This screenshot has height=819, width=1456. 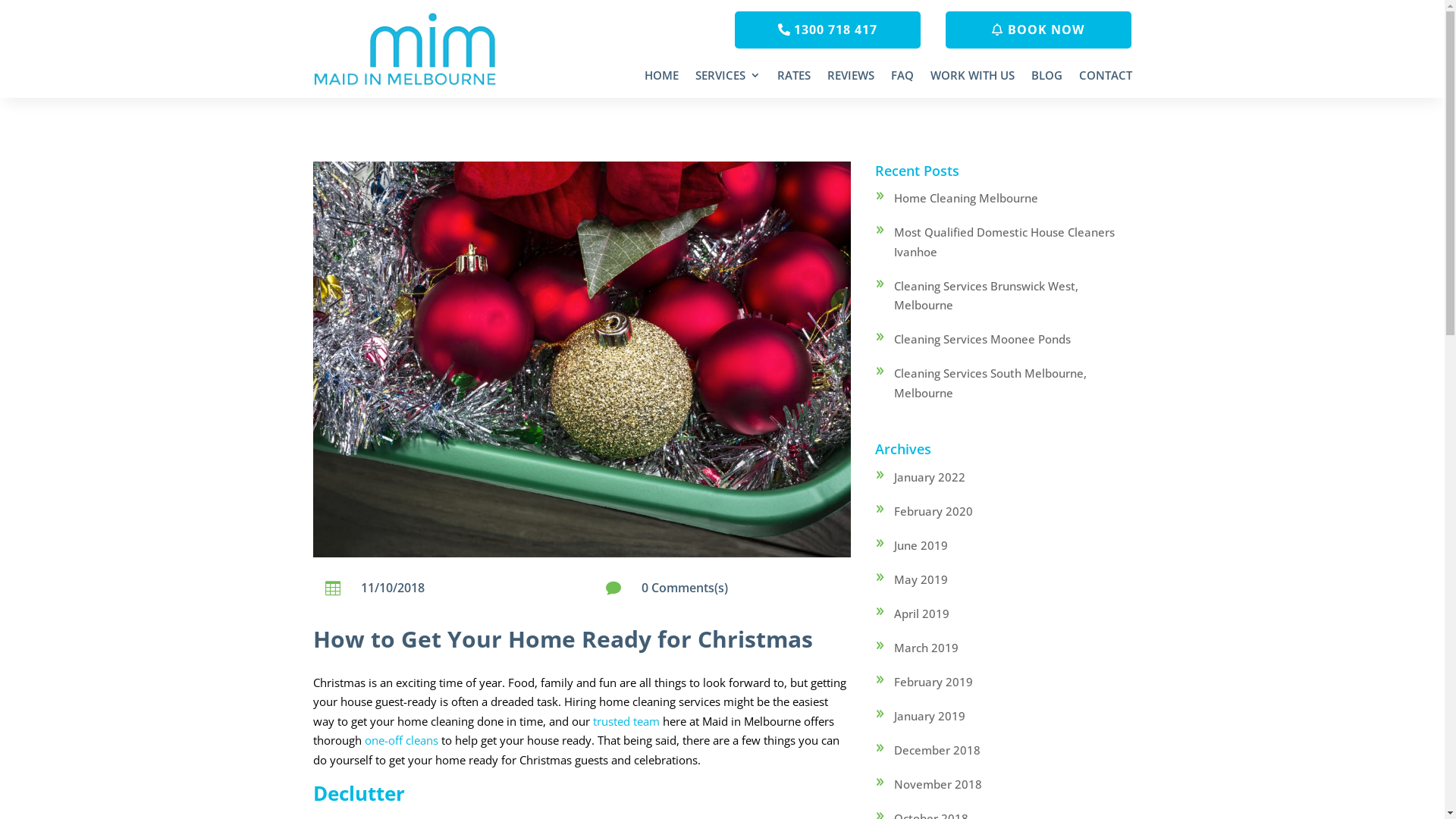 I want to click on 'November 2018', so click(x=937, y=783).